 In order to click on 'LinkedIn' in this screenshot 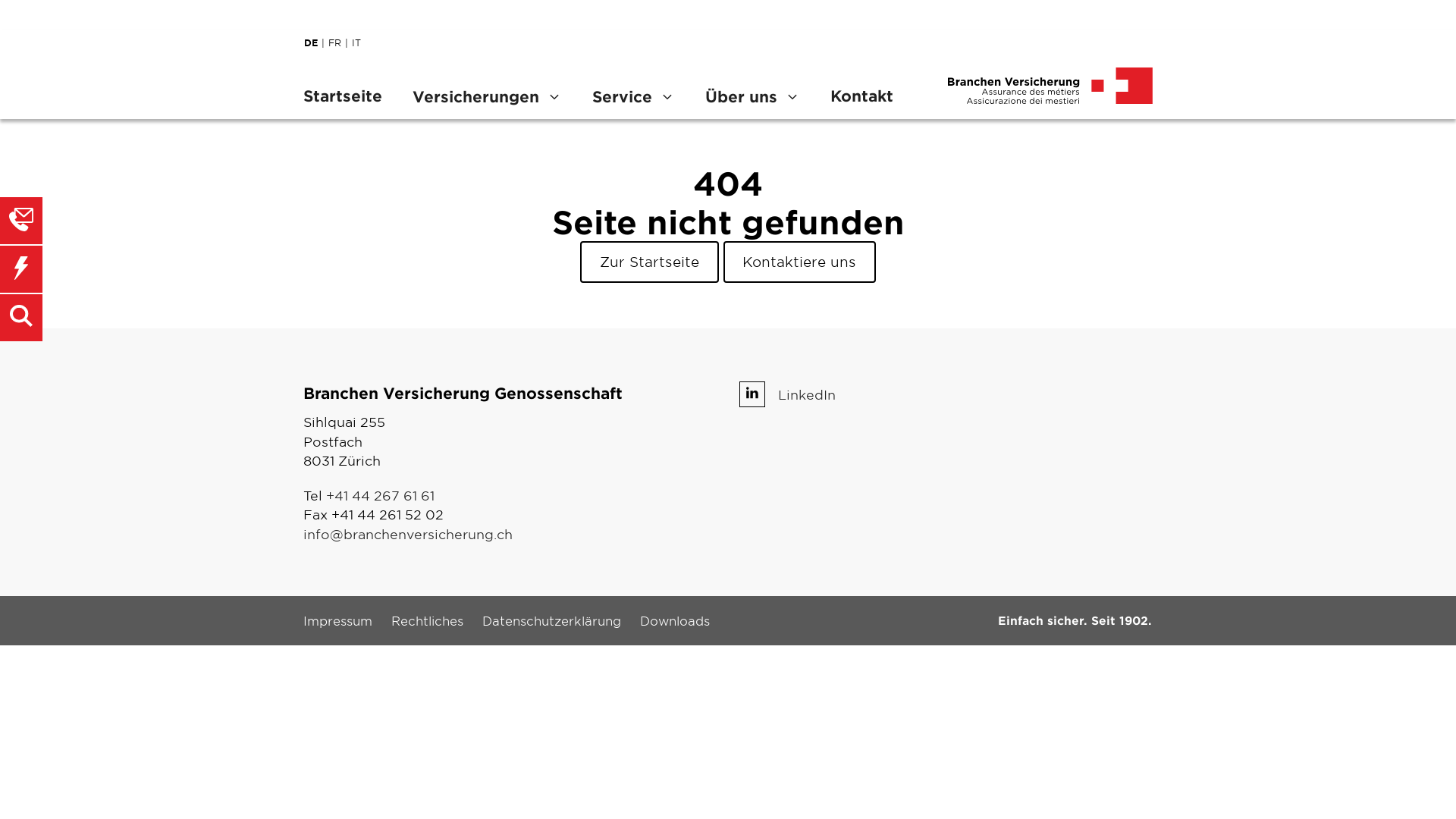, I will do `click(805, 394)`.